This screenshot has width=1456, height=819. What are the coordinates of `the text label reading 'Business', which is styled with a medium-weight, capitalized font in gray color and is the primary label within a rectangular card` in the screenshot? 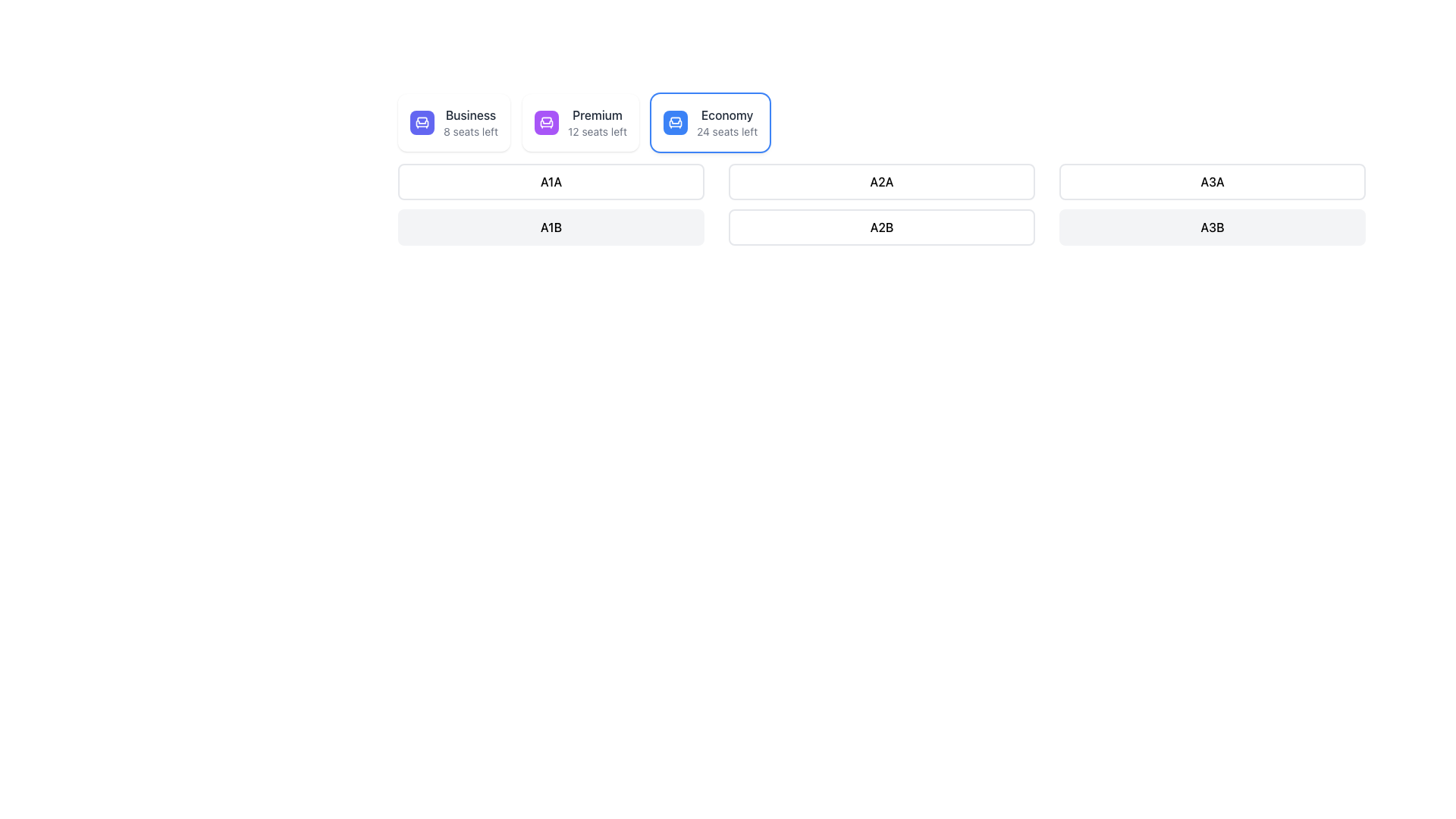 It's located at (469, 114).